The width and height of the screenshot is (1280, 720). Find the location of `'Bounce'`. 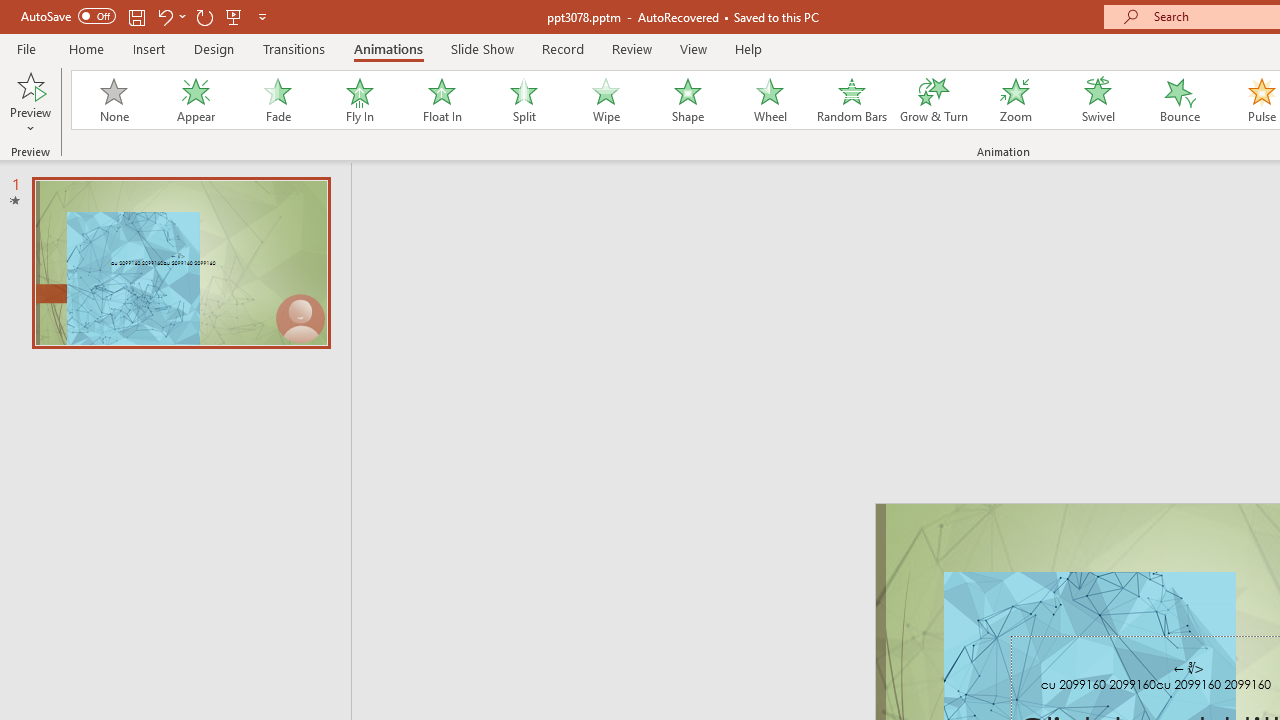

'Bounce' is located at coordinates (1180, 100).